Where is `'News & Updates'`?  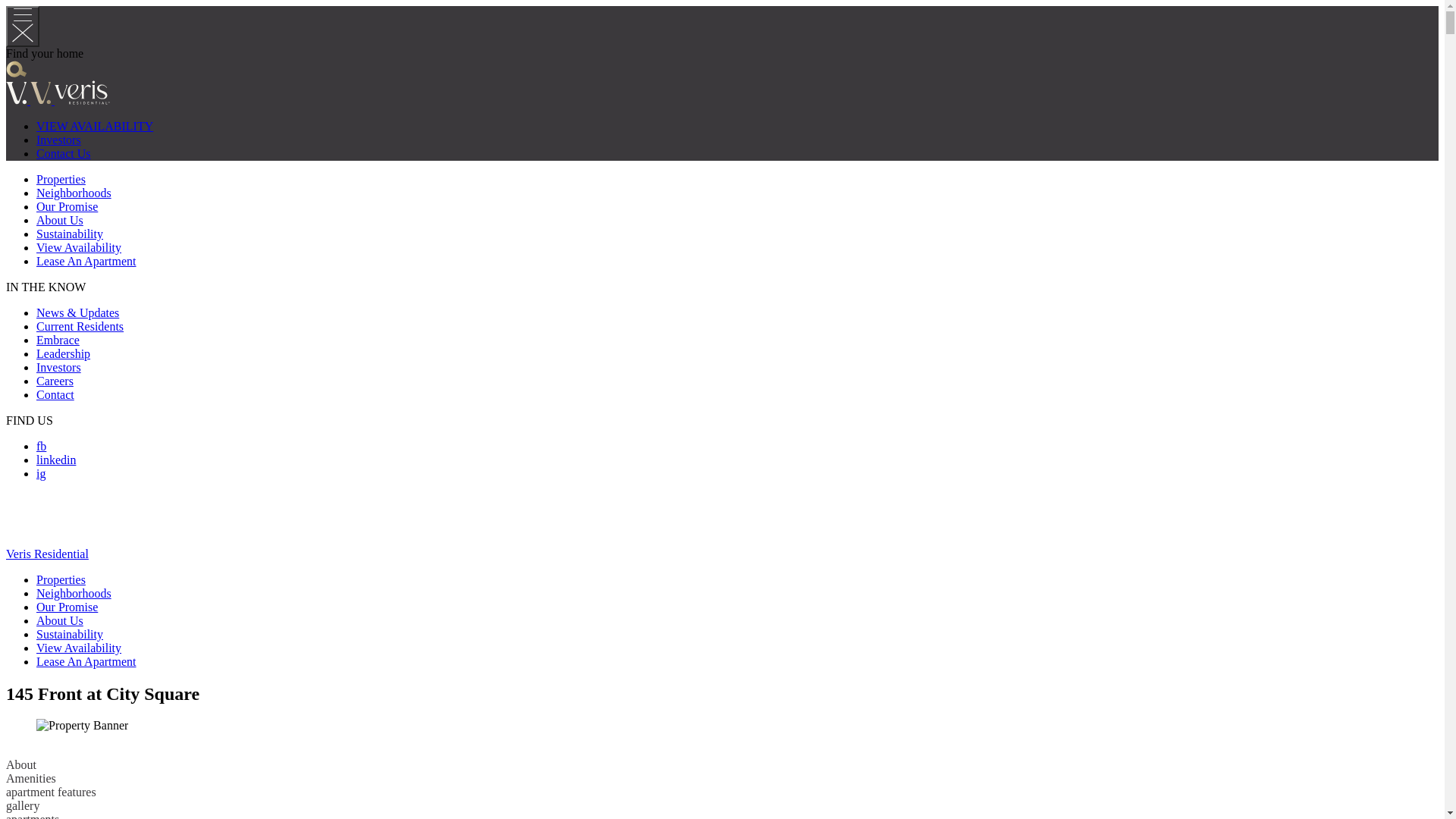
'News & Updates' is located at coordinates (77, 312).